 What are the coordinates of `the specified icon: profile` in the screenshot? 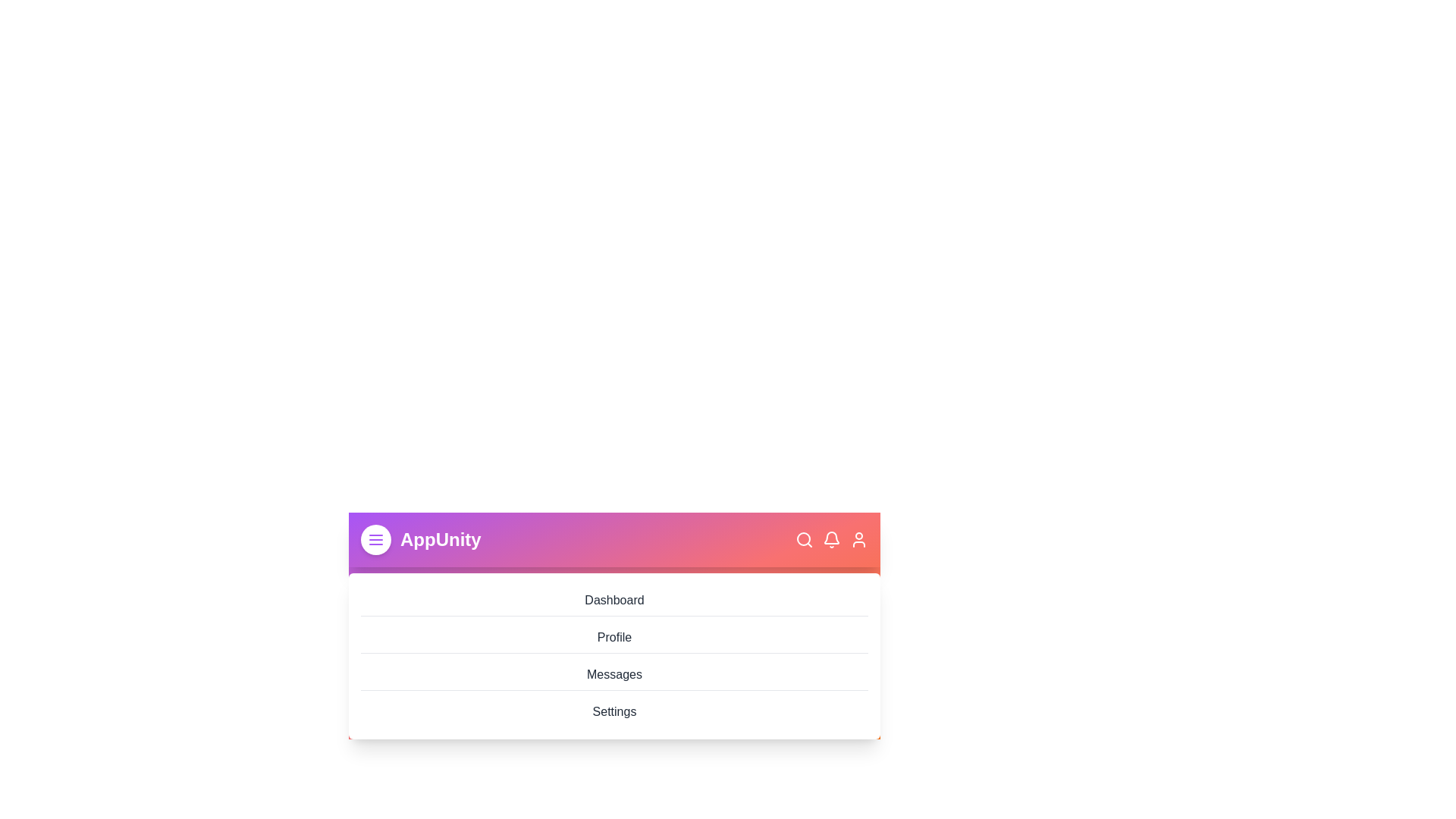 It's located at (858, 539).